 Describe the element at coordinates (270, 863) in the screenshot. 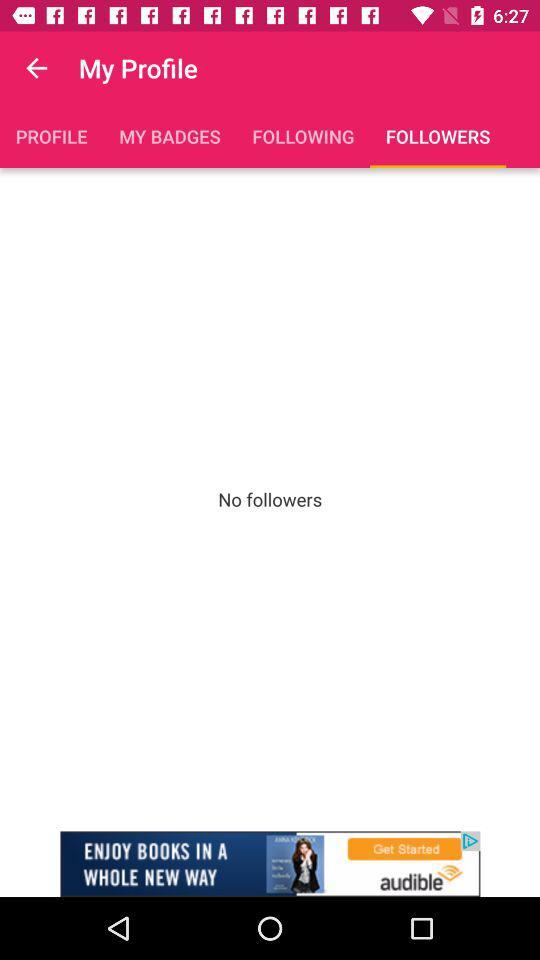

I see `advertisement link banner` at that location.